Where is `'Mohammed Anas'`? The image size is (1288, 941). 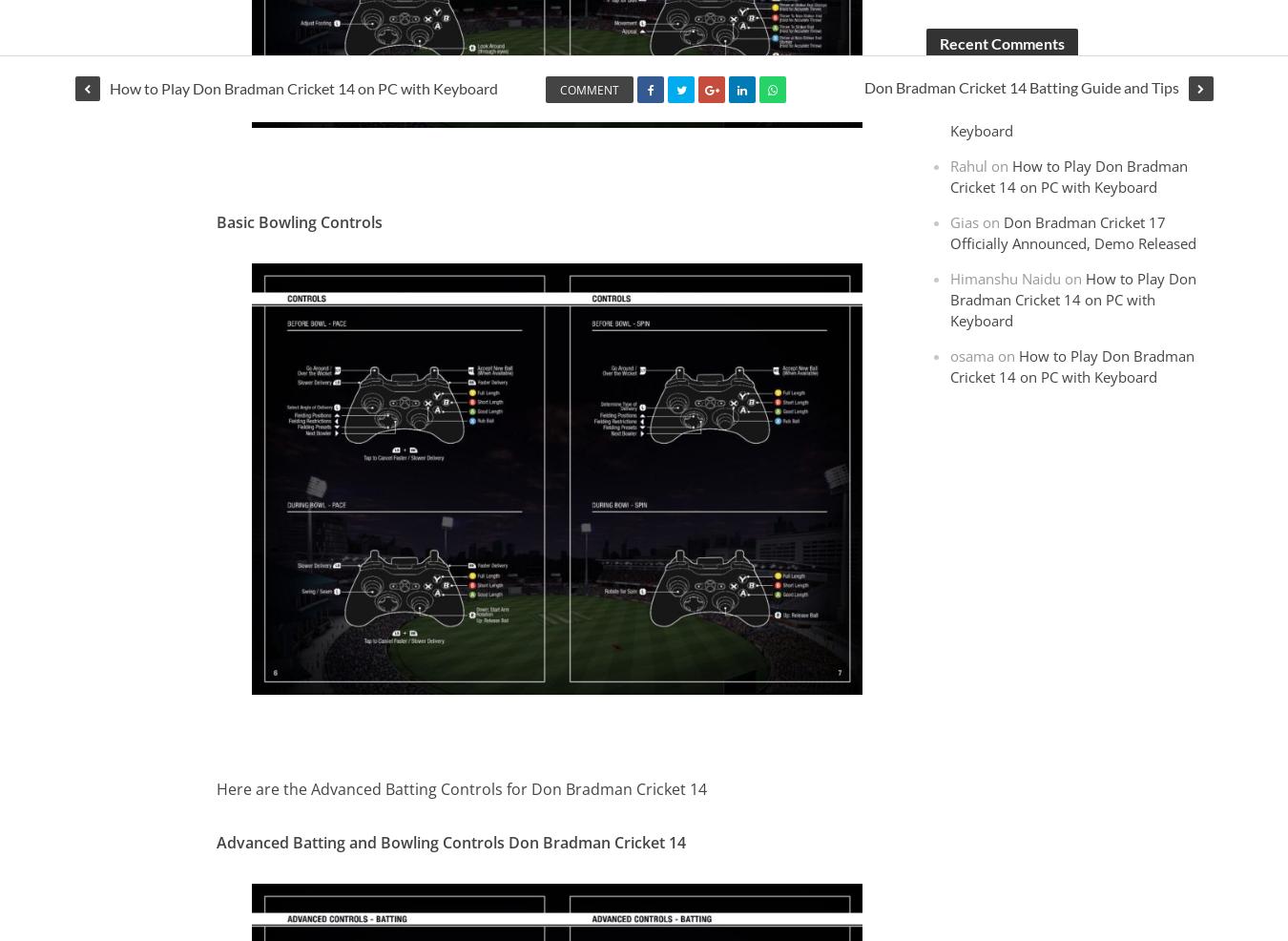
'Mohammed Anas' is located at coordinates (949, 88).